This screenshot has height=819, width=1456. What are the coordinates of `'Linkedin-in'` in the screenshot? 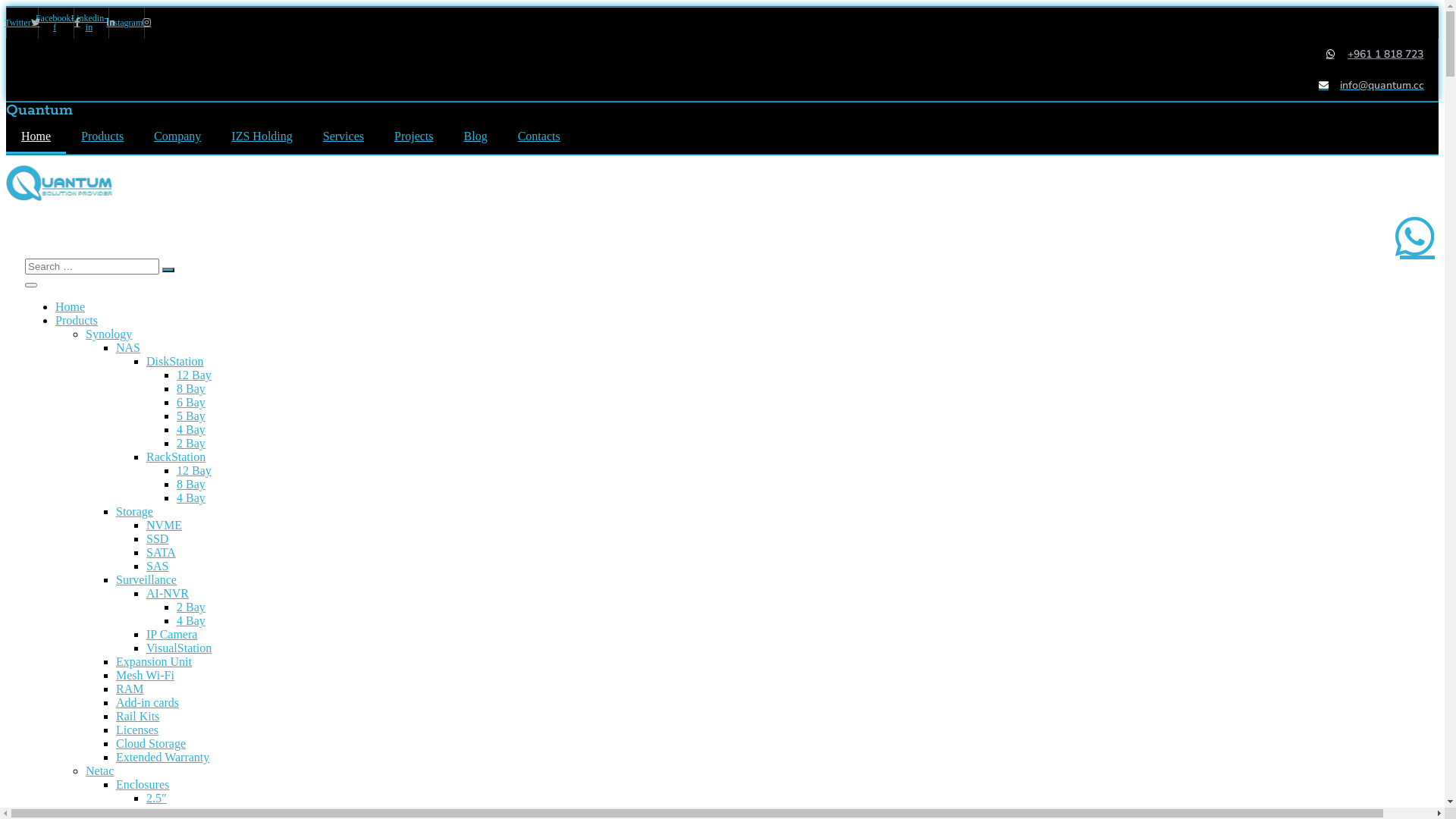 It's located at (93, 23).